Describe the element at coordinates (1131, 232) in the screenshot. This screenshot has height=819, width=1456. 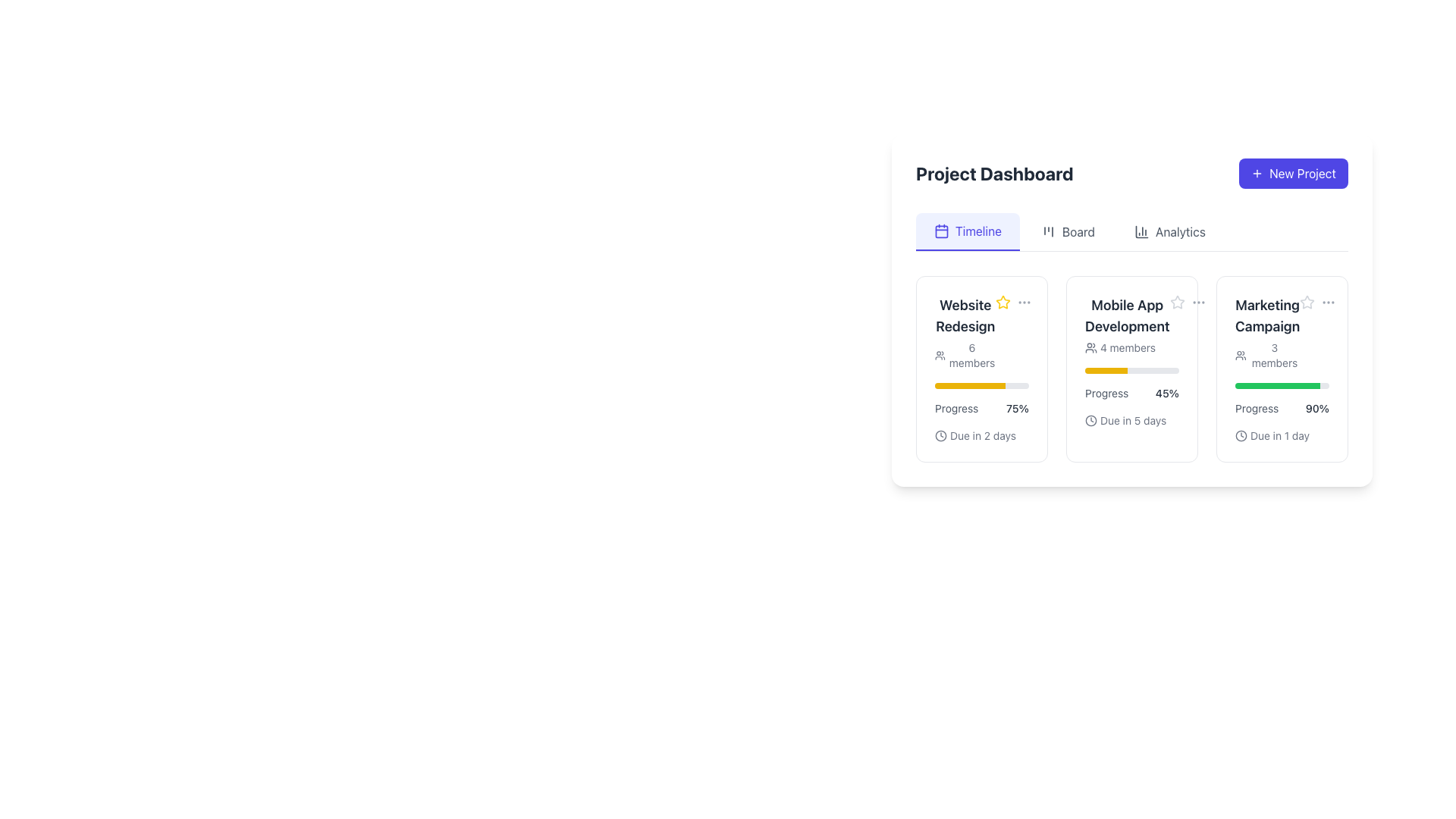
I see `the 'Timeline', 'Board', or 'Analytics' link in the Navigation menu to trigger tooltip or hover effects` at that location.